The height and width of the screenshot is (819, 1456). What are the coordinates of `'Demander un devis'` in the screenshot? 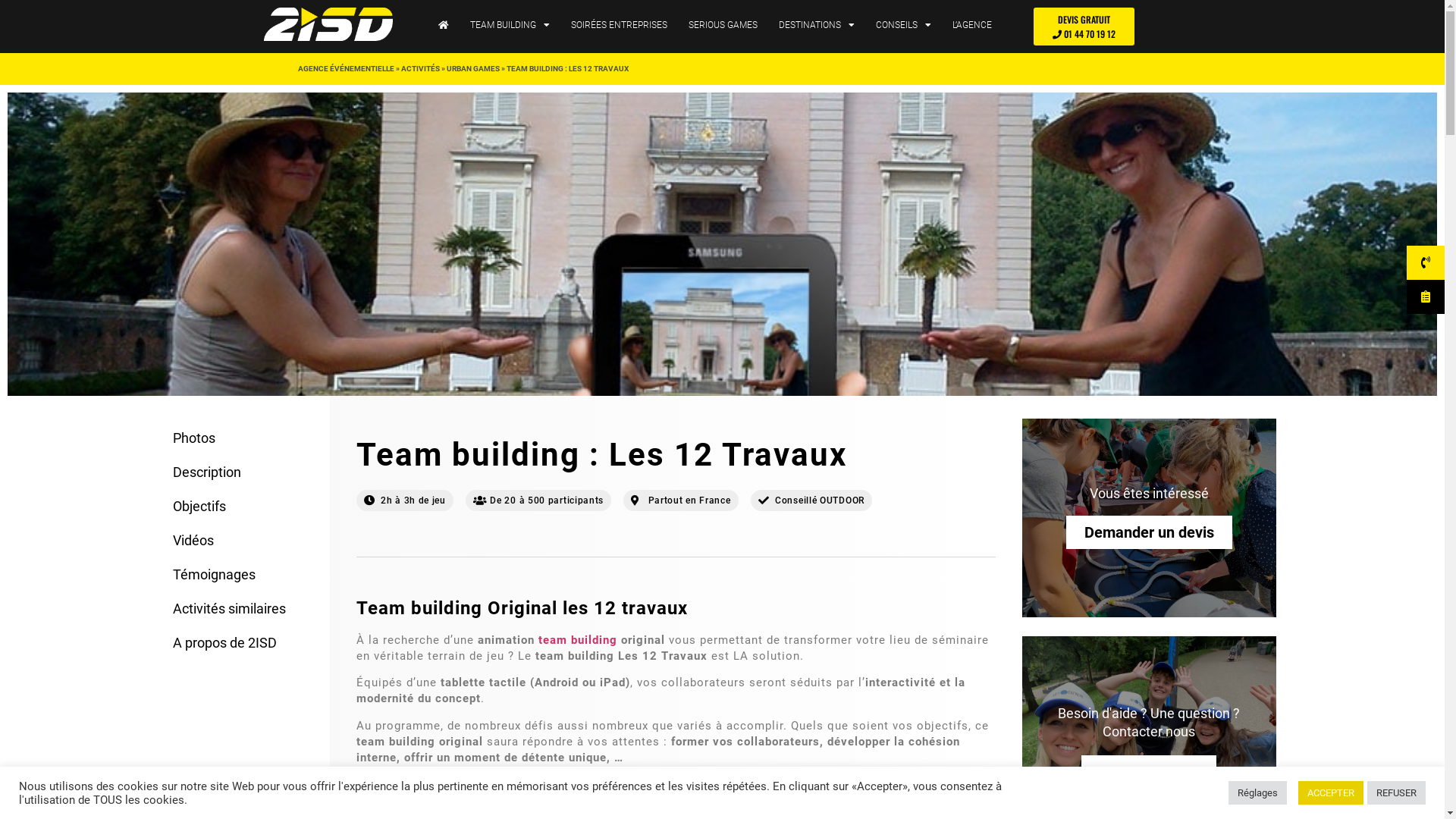 It's located at (1149, 532).